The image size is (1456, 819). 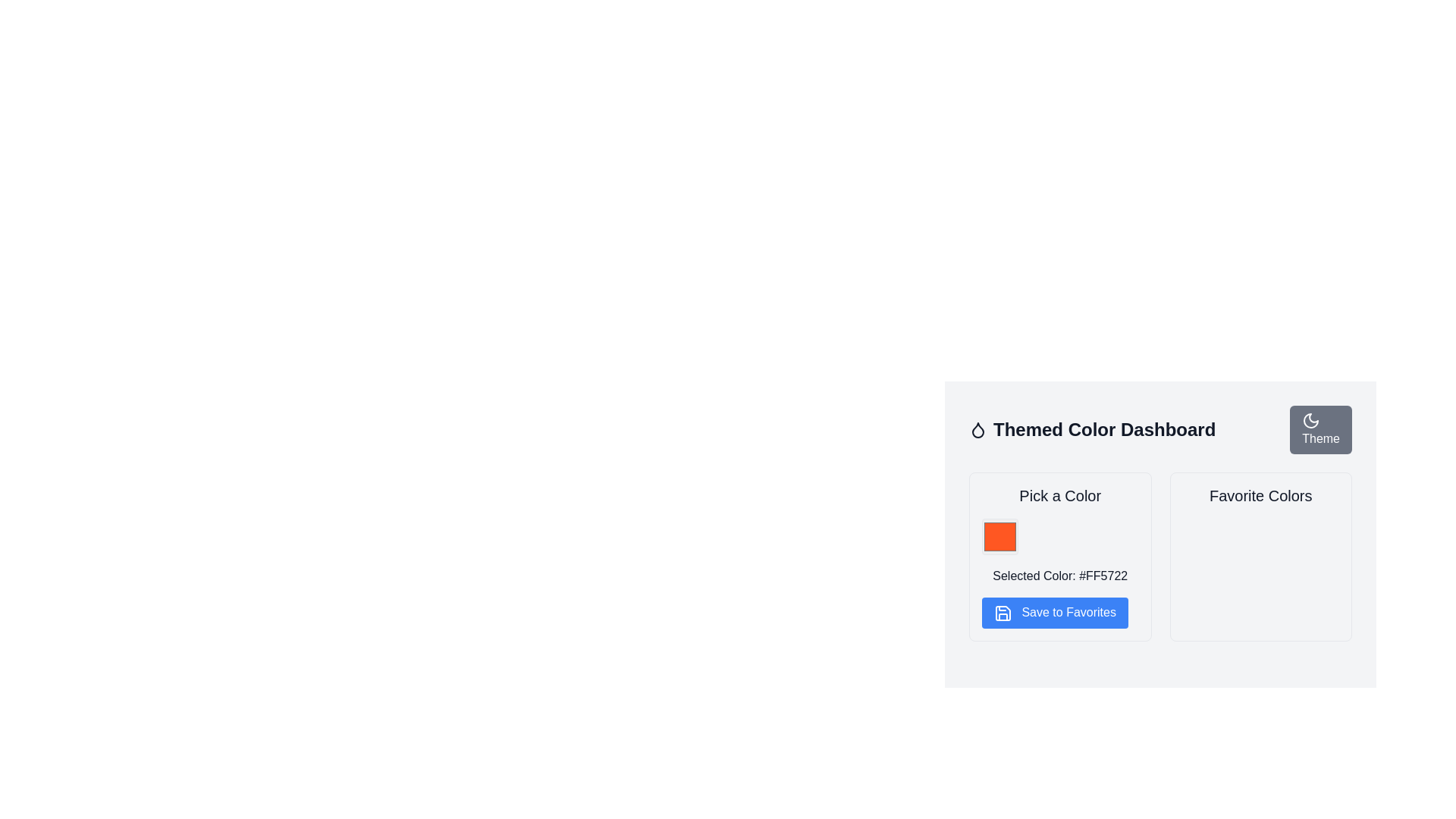 I want to click on the 'Save Color' button located in the 'Pick a Color' card, so click(x=1054, y=612).